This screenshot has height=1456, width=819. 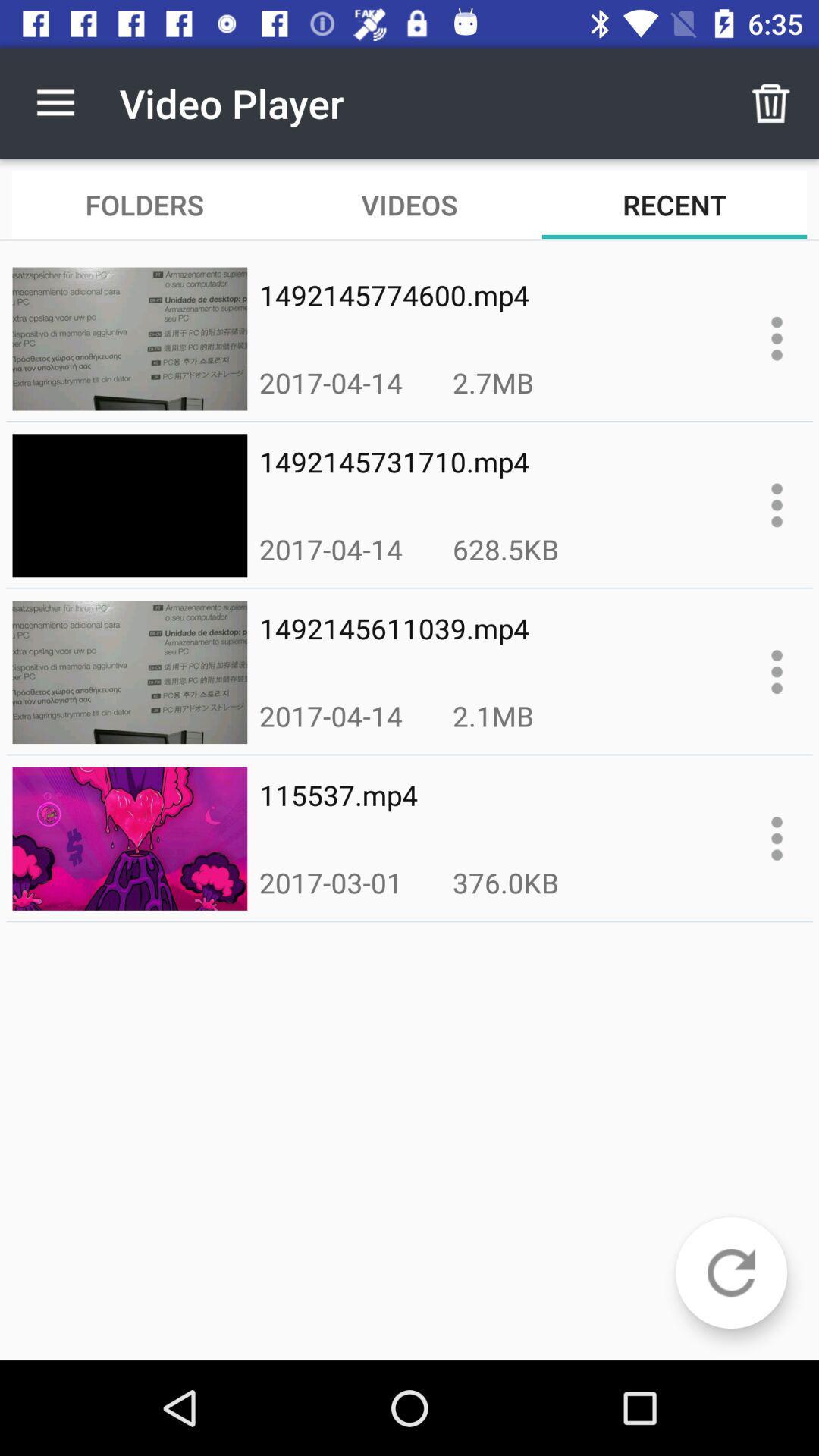 I want to click on more options, so click(x=777, y=837).